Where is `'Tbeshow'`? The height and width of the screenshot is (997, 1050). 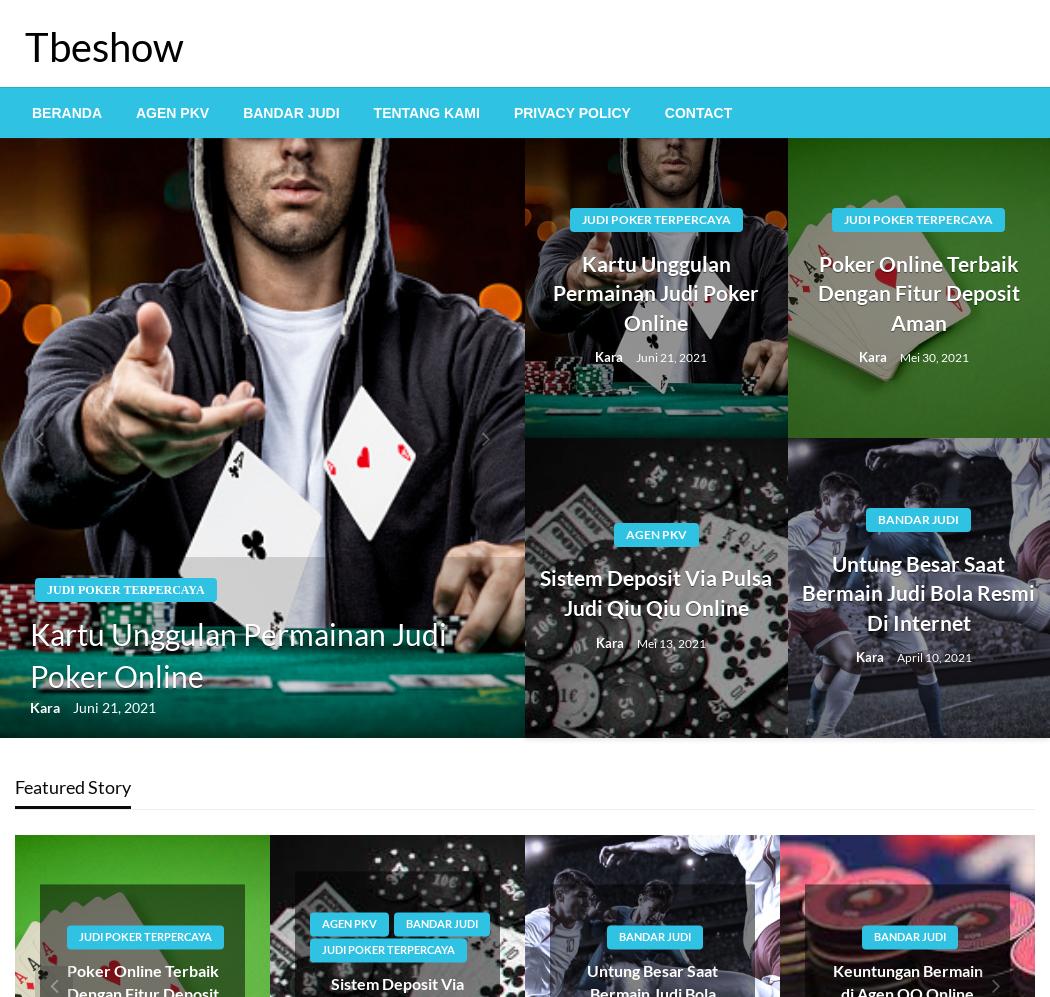
'Tbeshow' is located at coordinates (104, 45).